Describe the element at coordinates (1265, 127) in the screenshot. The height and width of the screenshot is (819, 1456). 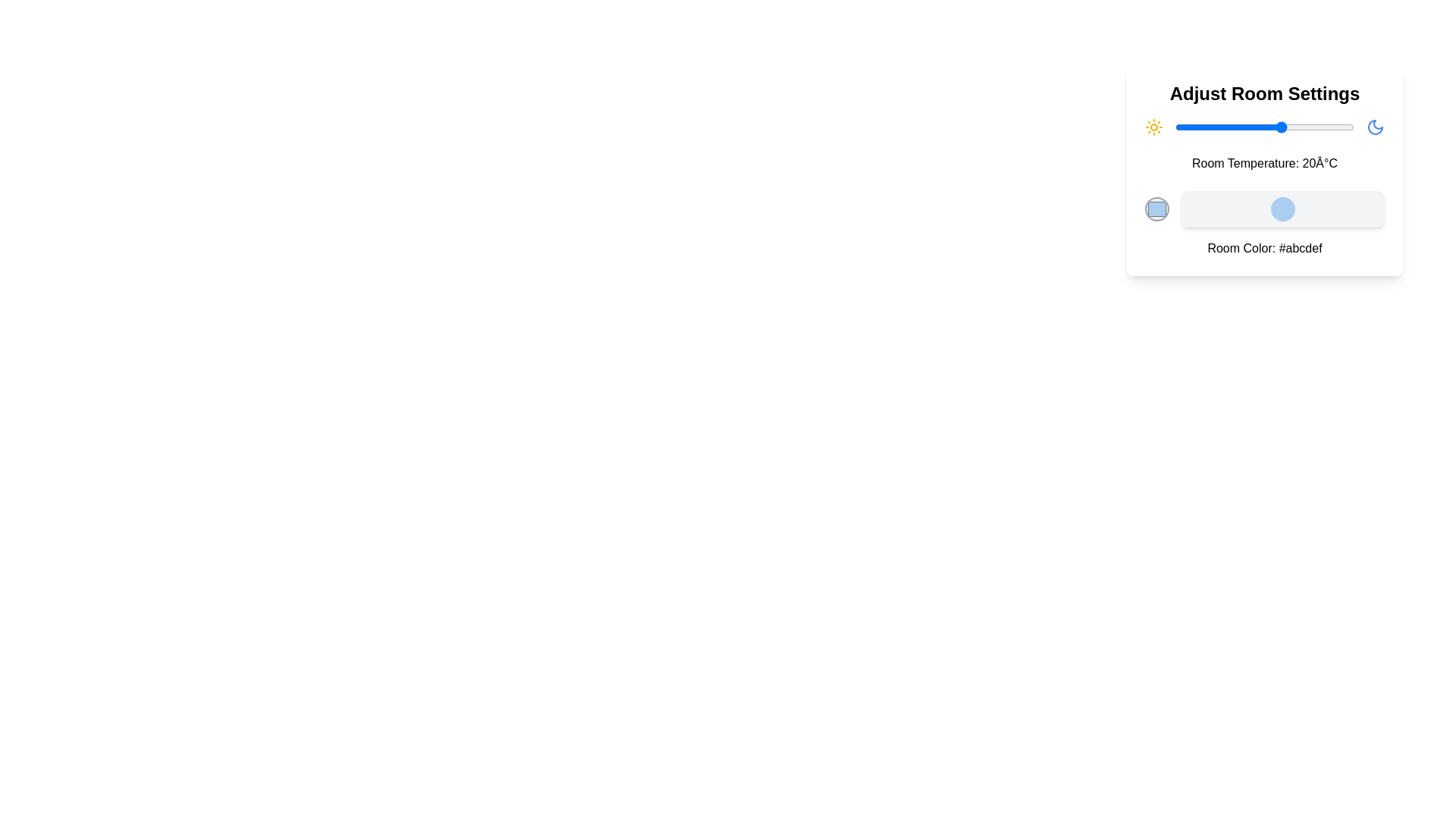
I see `the temperature_slider input element for keyboard interaction` at that location.